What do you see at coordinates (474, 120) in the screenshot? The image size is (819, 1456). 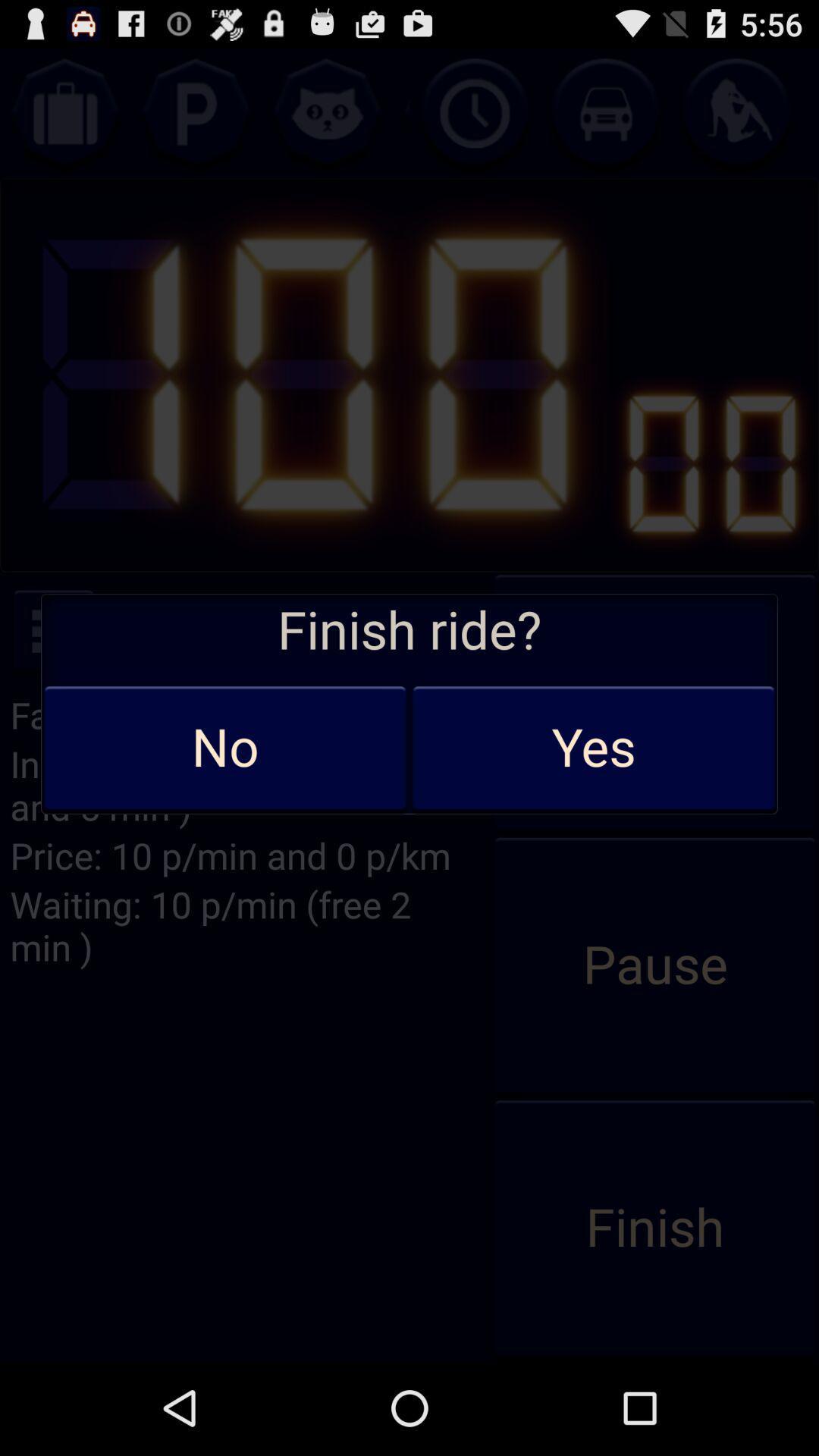 I see `the time icon` at bounding box center [474, 120].